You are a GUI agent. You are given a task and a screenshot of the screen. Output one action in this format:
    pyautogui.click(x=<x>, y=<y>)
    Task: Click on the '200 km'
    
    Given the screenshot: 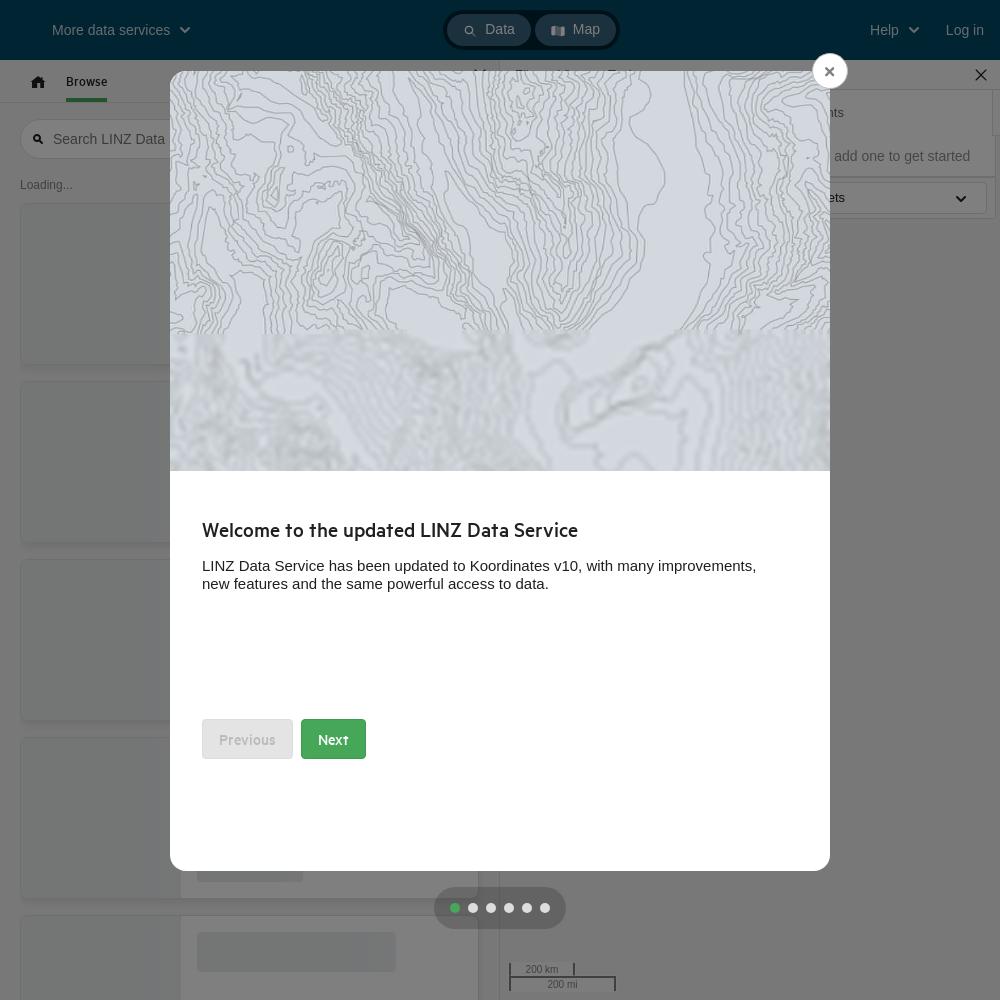 What is the action you would take?
    pyautogui.click(x=541, y=968)
    